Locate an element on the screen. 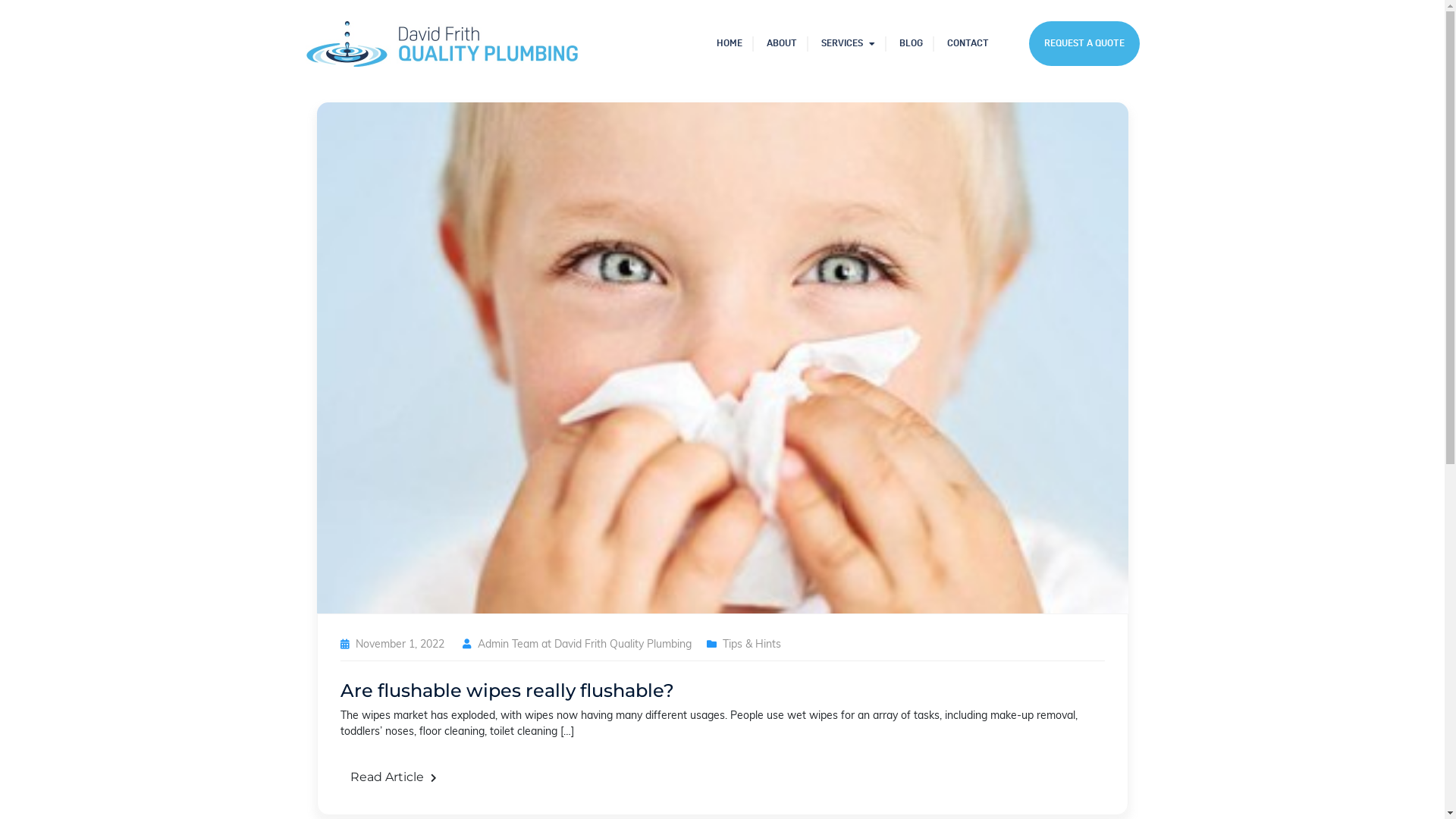 This screenshot has height=819, width=1456. 'CONTACT' is located at coordinates (966, 42).